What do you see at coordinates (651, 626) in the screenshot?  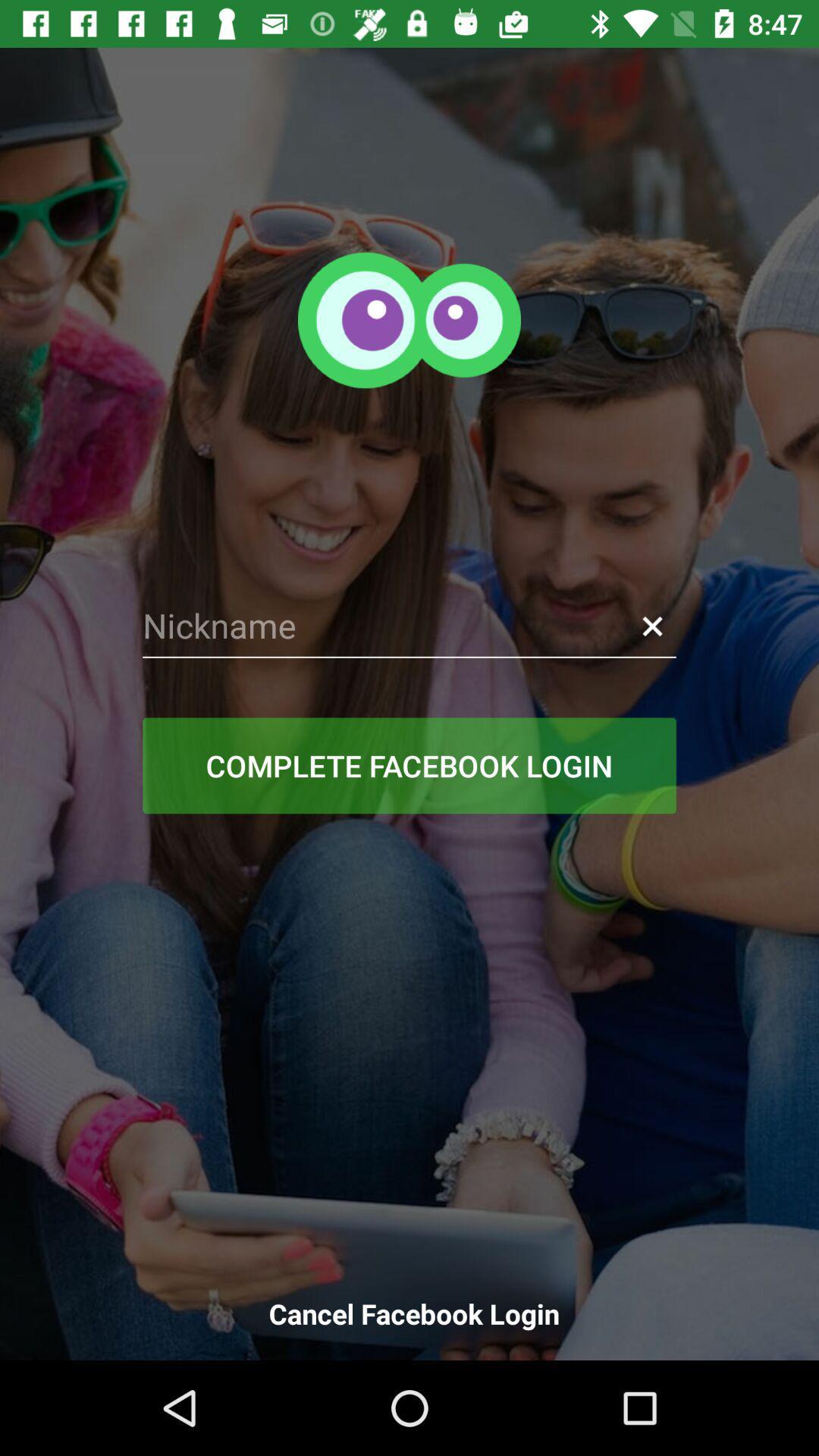 I see `item on the right` at bounding box center [651, 626].